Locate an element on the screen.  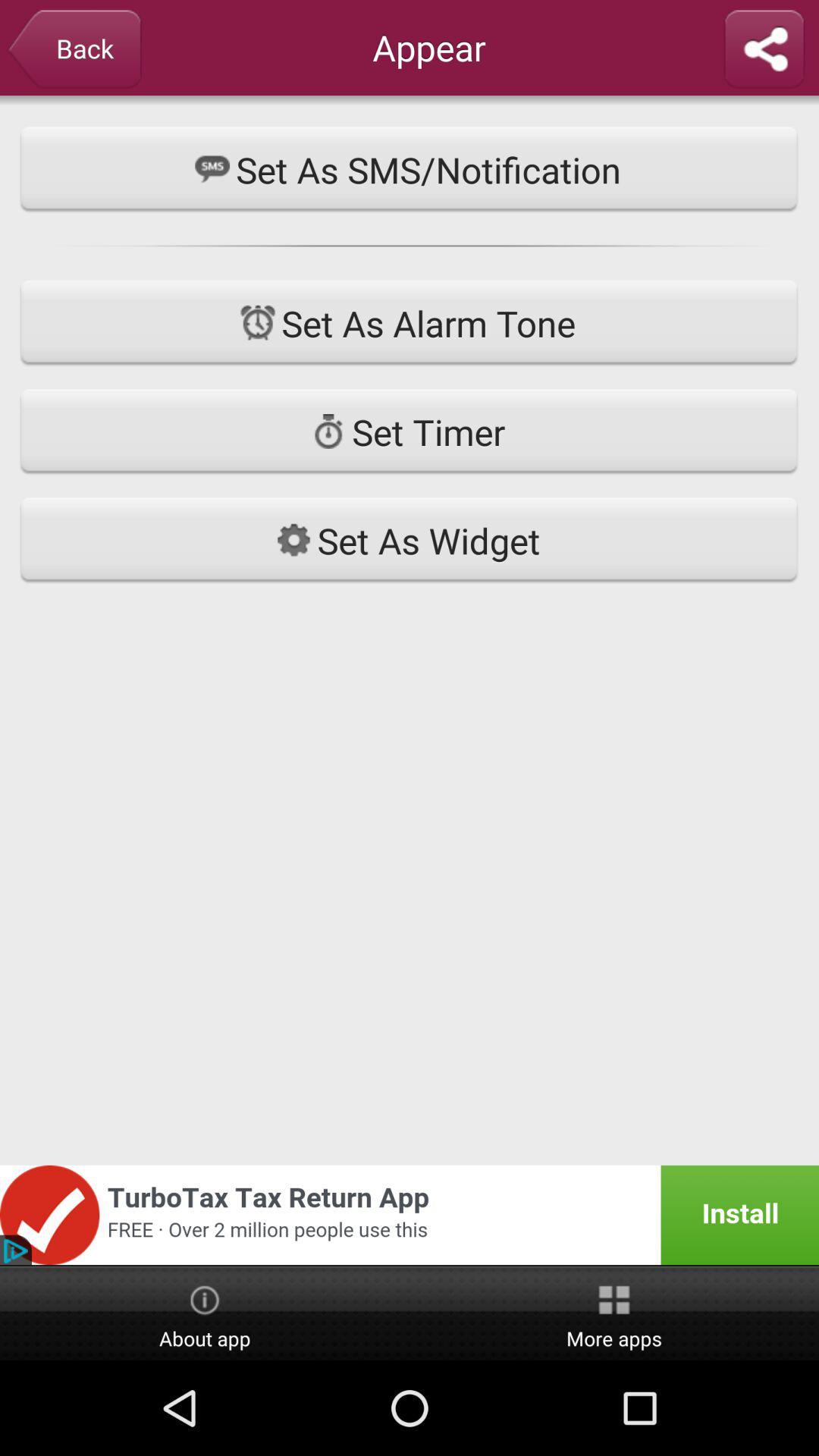
option is located at coordinates (764, 50).